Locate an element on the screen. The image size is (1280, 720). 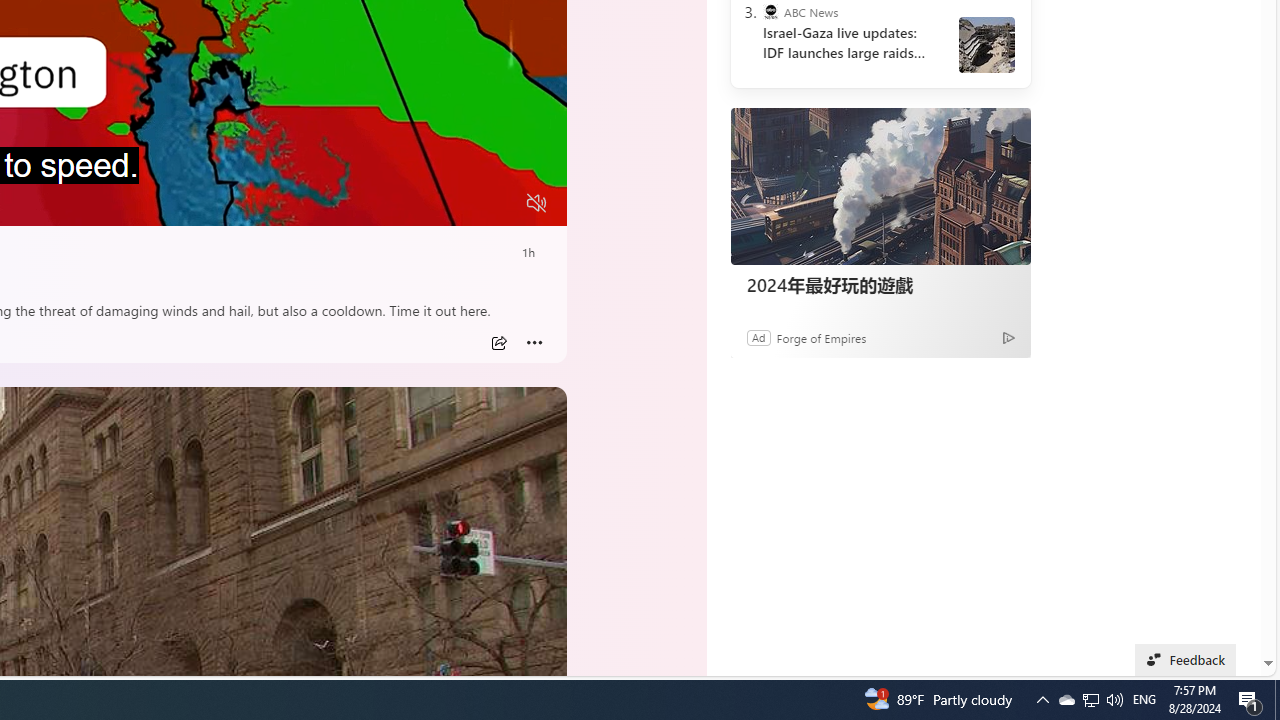
'More' is located at coordinates (534, 342).